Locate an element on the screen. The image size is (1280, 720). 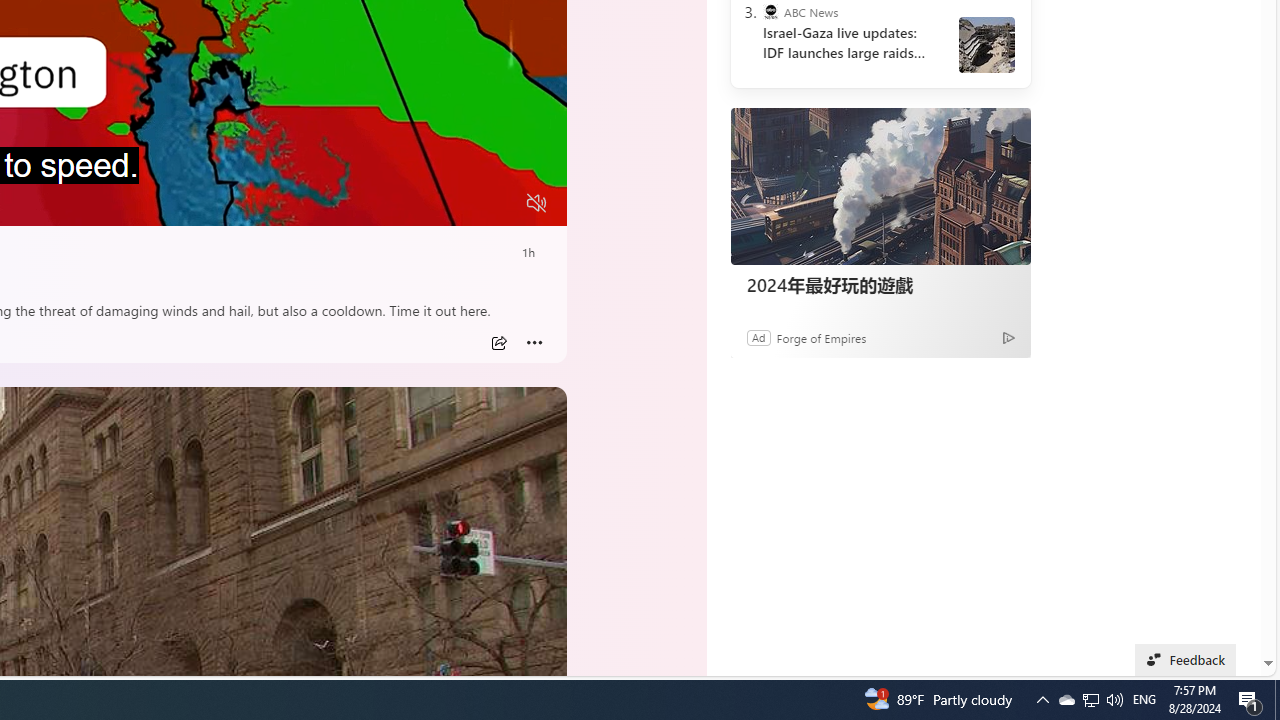
'More' is located at coordinates (534, 342).